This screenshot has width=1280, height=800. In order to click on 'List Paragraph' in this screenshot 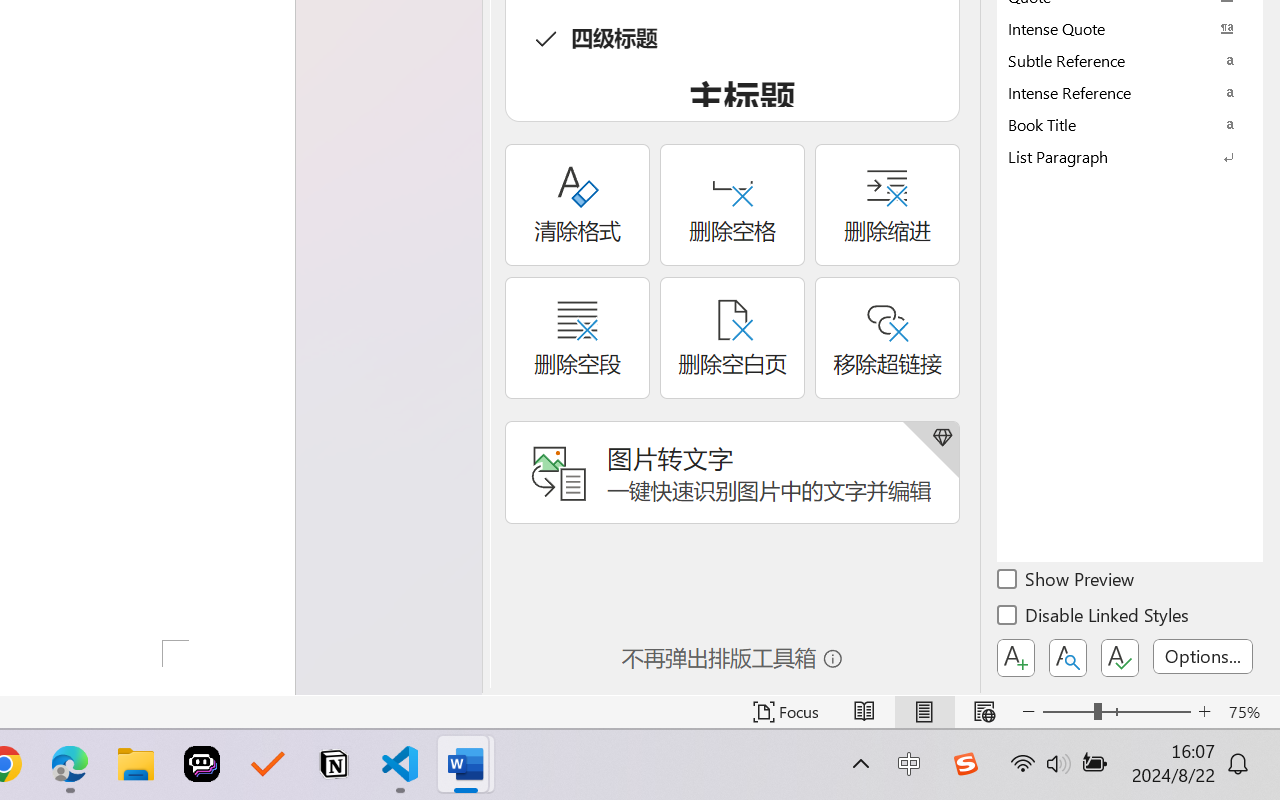, I will do `click(1130, 156)`.